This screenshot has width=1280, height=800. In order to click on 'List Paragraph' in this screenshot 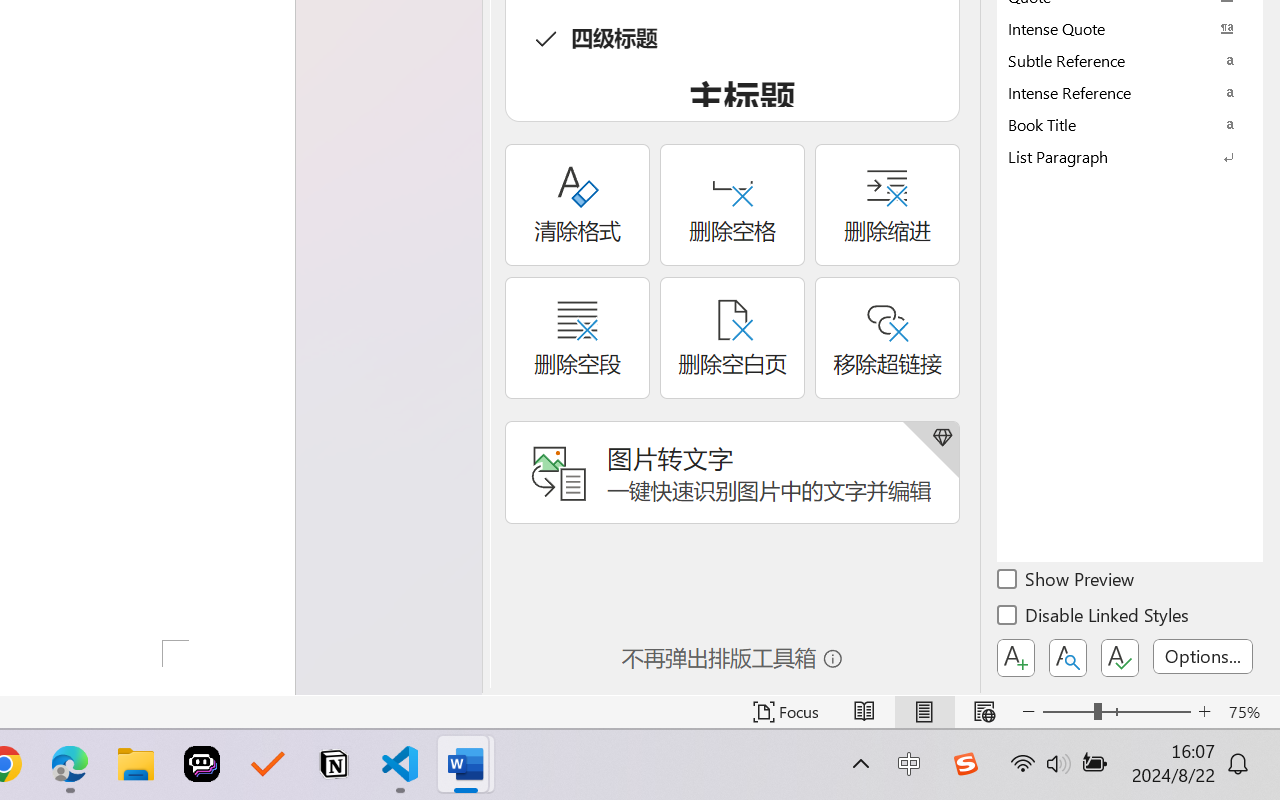, I will do `click(1130, 156)`.